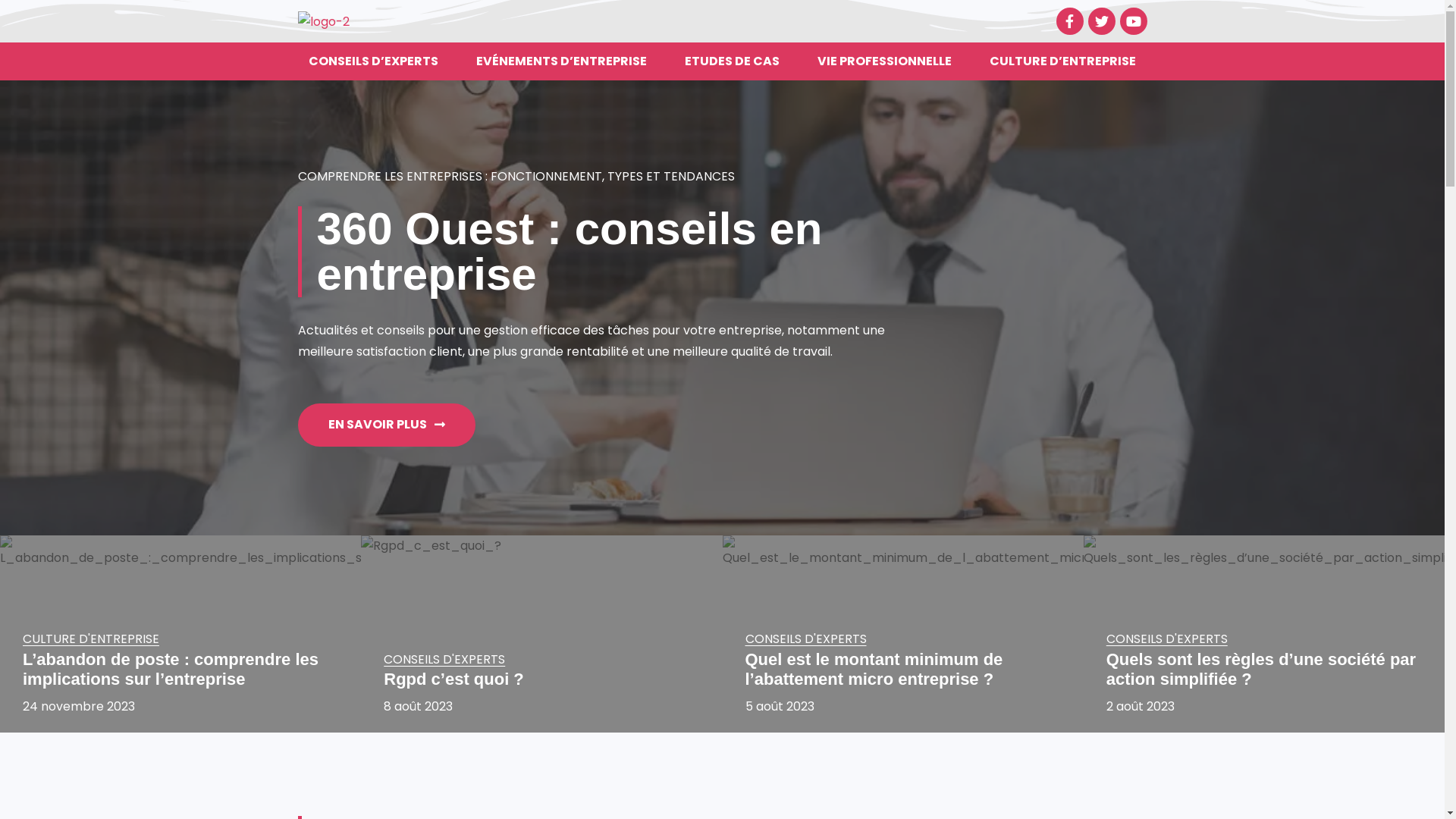 The image size is (1456, 819). What do you see at coordinates (443, 658) in the screenshot?
I see `'CONSEILS D'EXPERTS'` at bounding box center [443, 658].